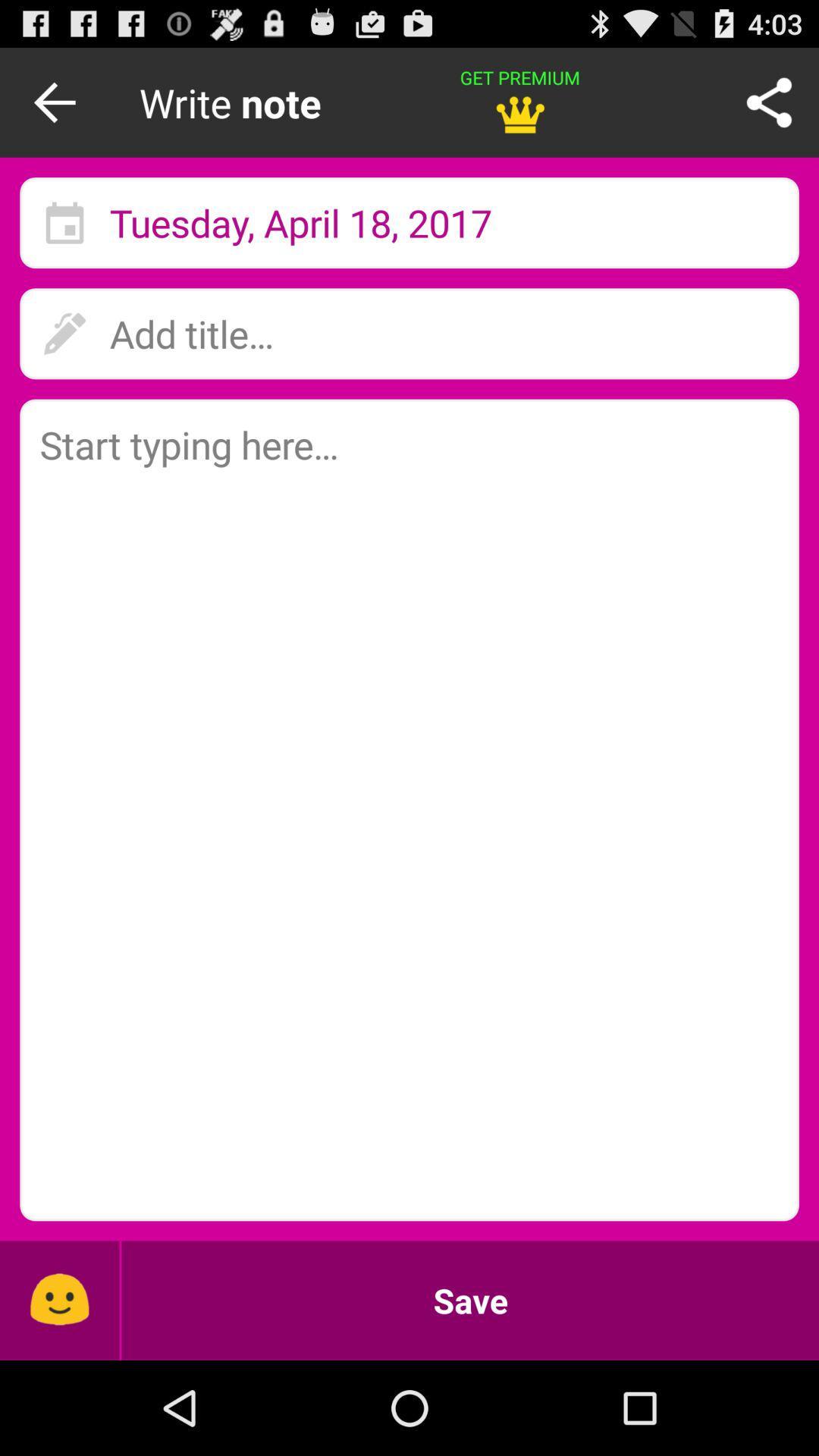 Image resolution: width=819 pixels, height=1456 pixels. Describe the element at coordinates (58, 108) in the screenshot. I see `the arrow_backward icon` at that location.